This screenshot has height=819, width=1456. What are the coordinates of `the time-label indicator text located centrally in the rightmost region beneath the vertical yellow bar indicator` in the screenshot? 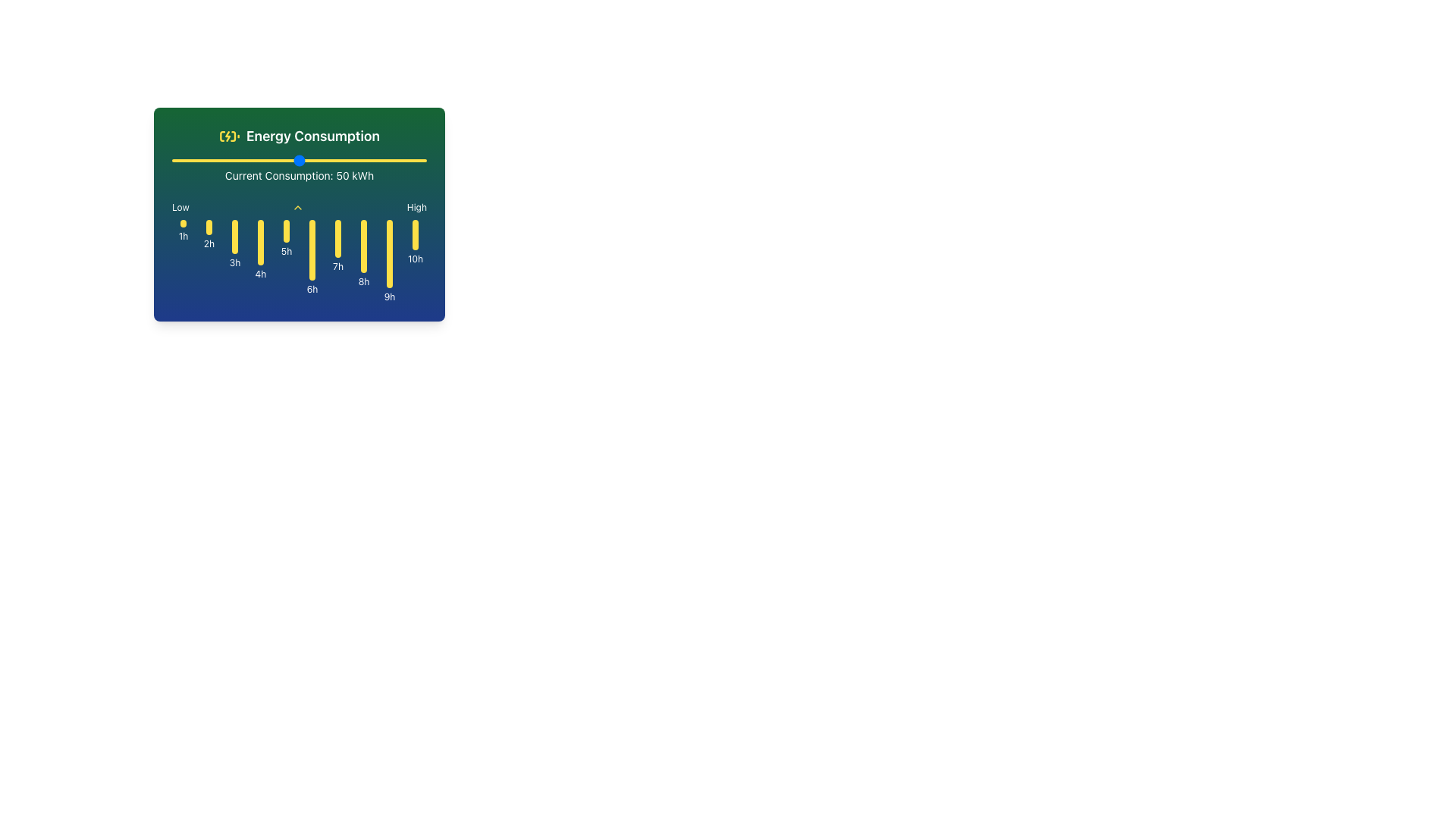 It's located at (415, 259).